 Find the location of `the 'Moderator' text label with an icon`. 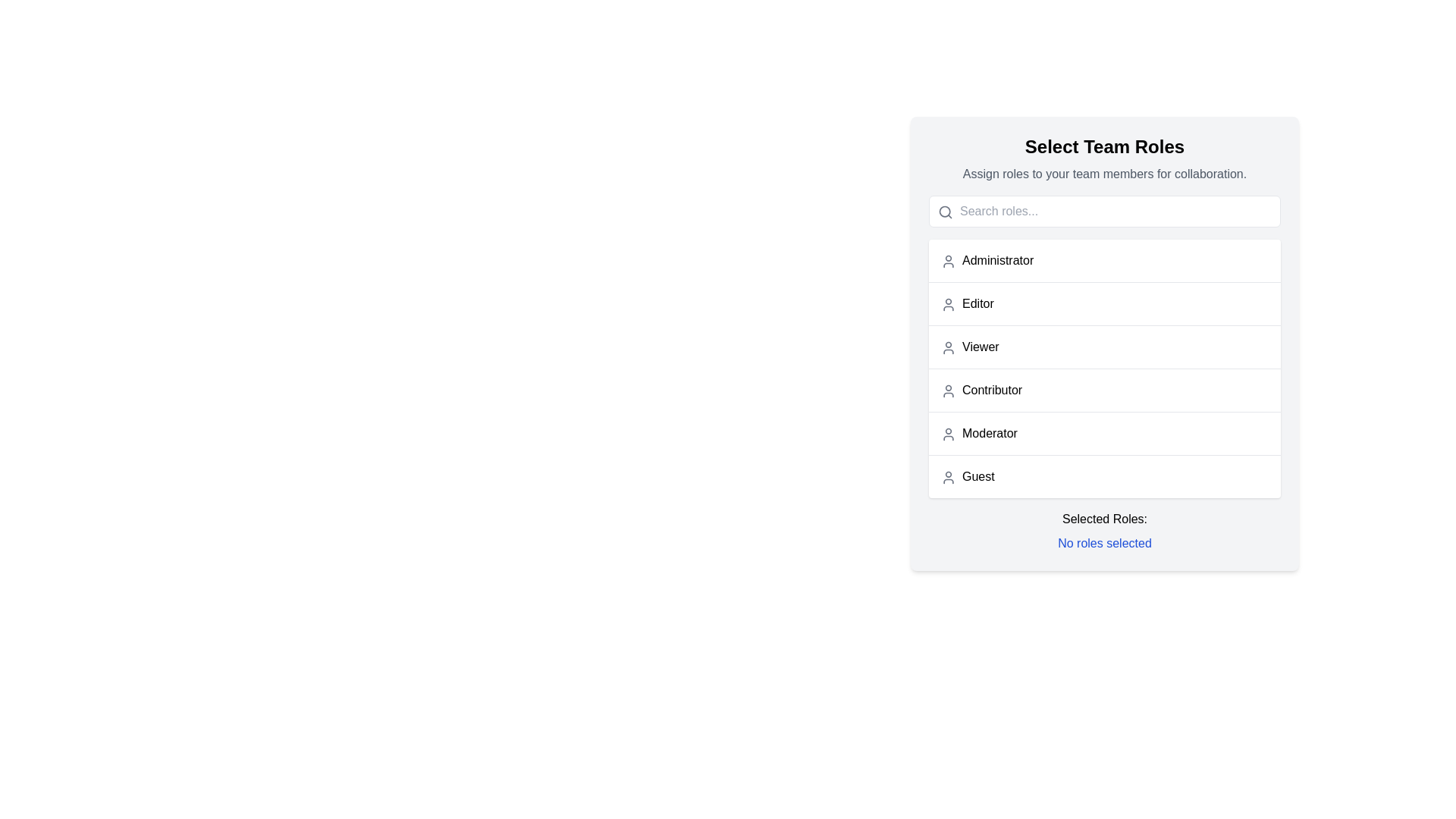

the 'Moderator' text label with an icon is located at coordinates (979, 433).